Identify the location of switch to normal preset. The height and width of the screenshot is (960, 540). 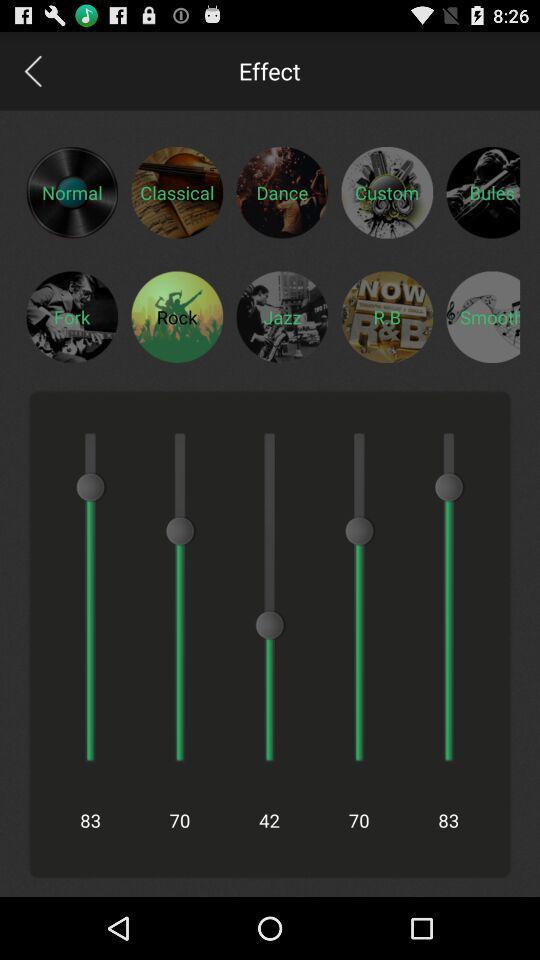
(71, 192).